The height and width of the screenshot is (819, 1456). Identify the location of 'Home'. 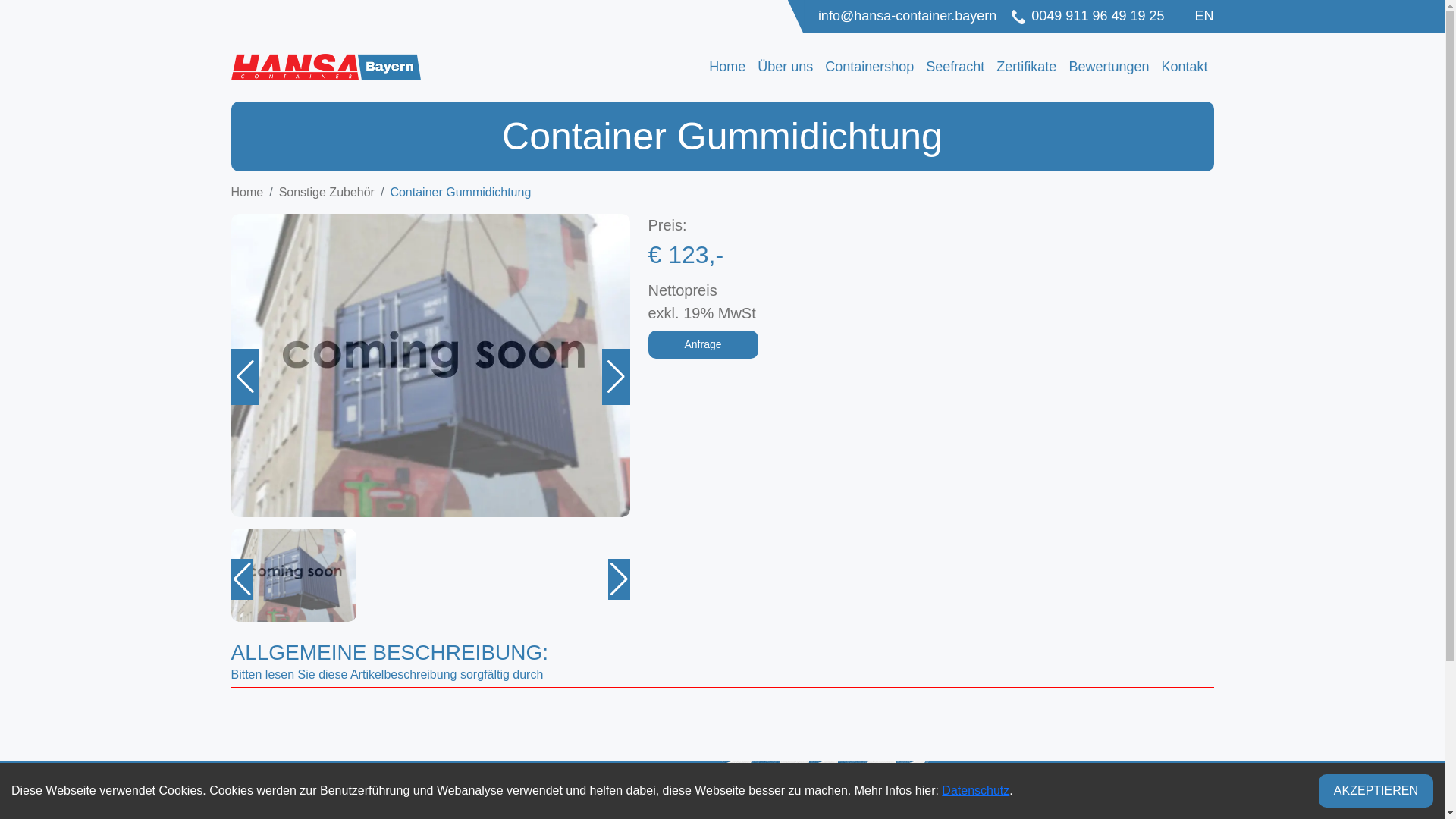
(726, 66).